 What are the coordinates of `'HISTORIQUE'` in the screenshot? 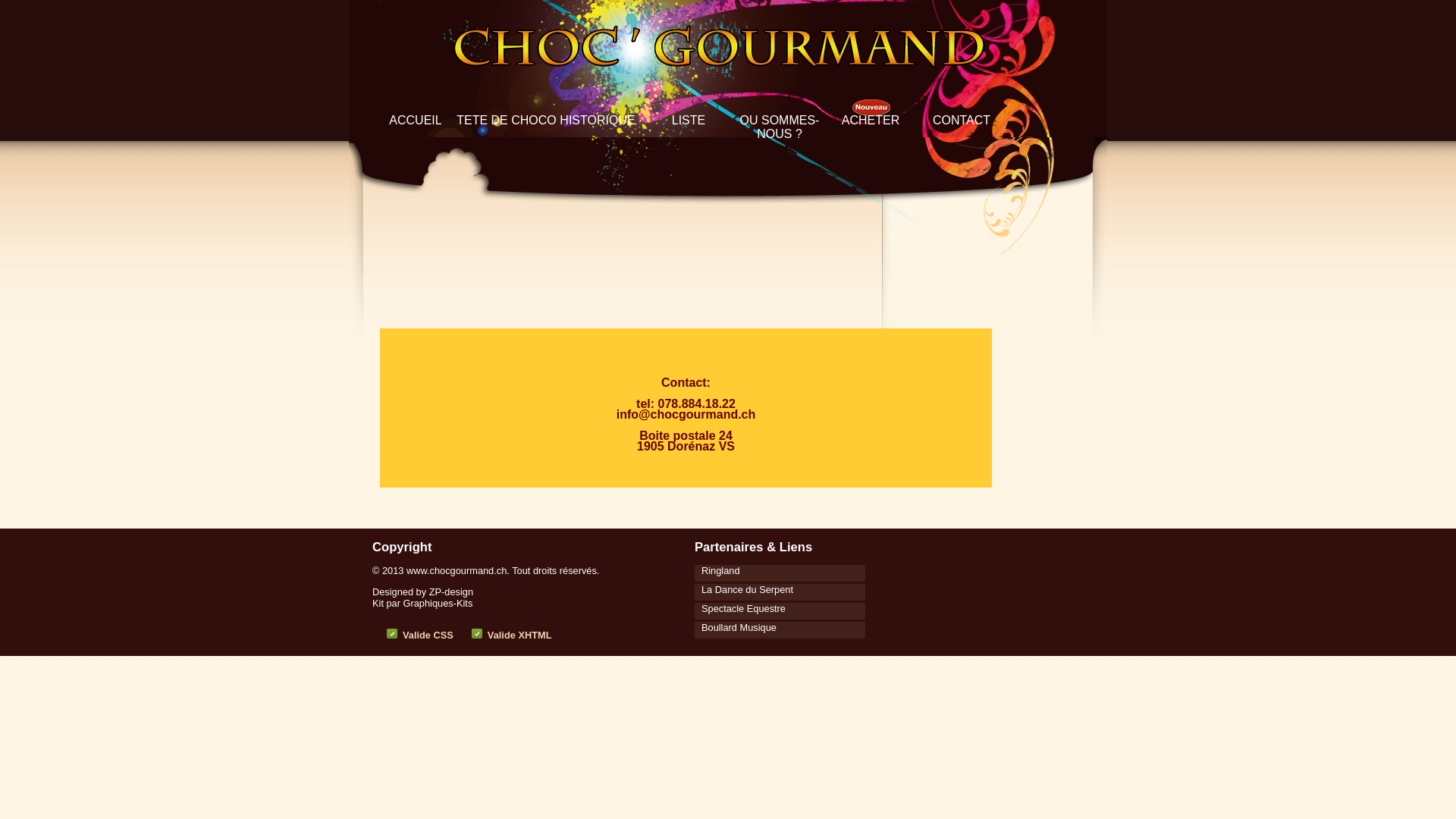 It's located at (596, 119).